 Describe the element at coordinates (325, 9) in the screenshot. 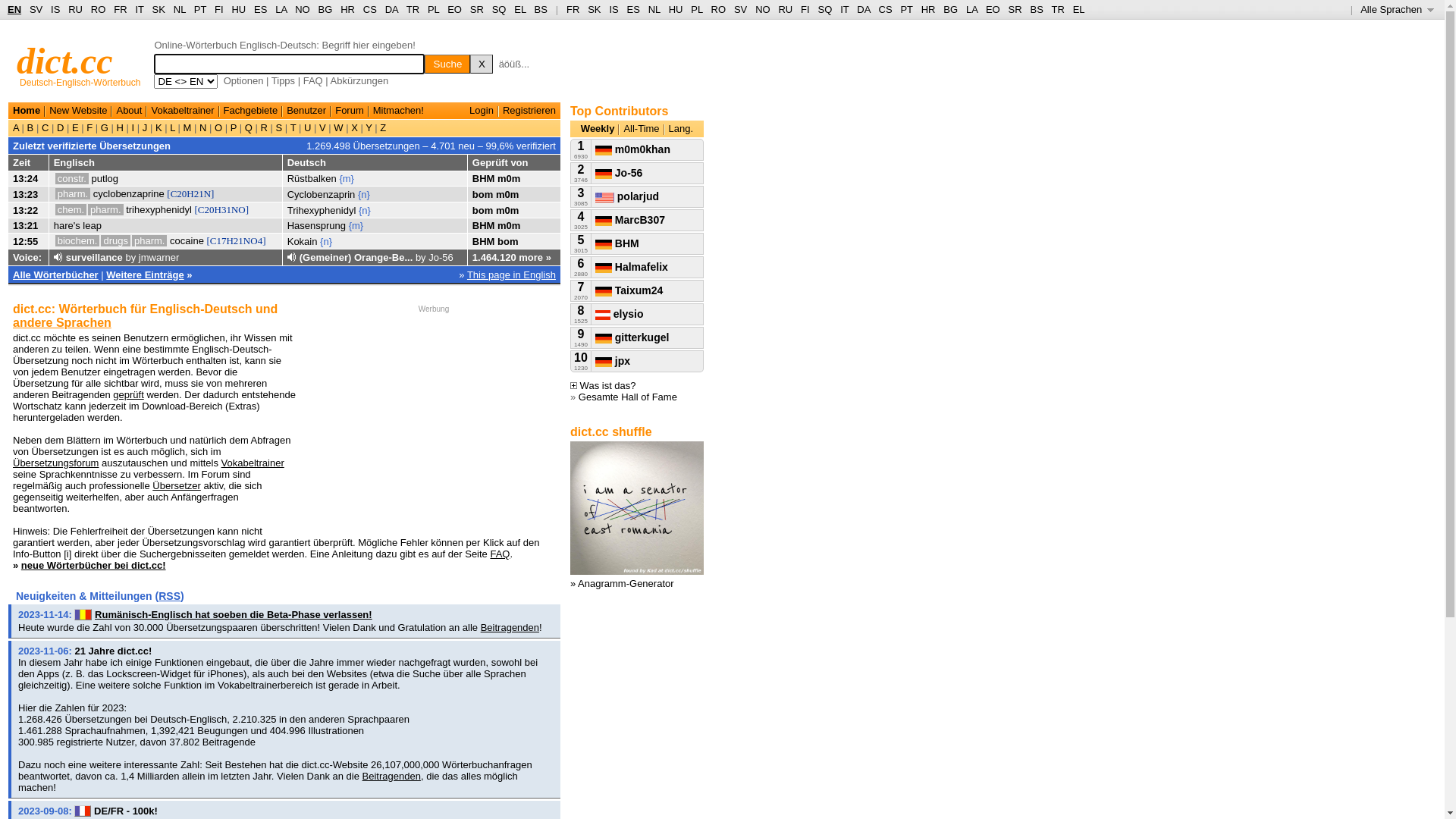

I see `'BG'` at that location.